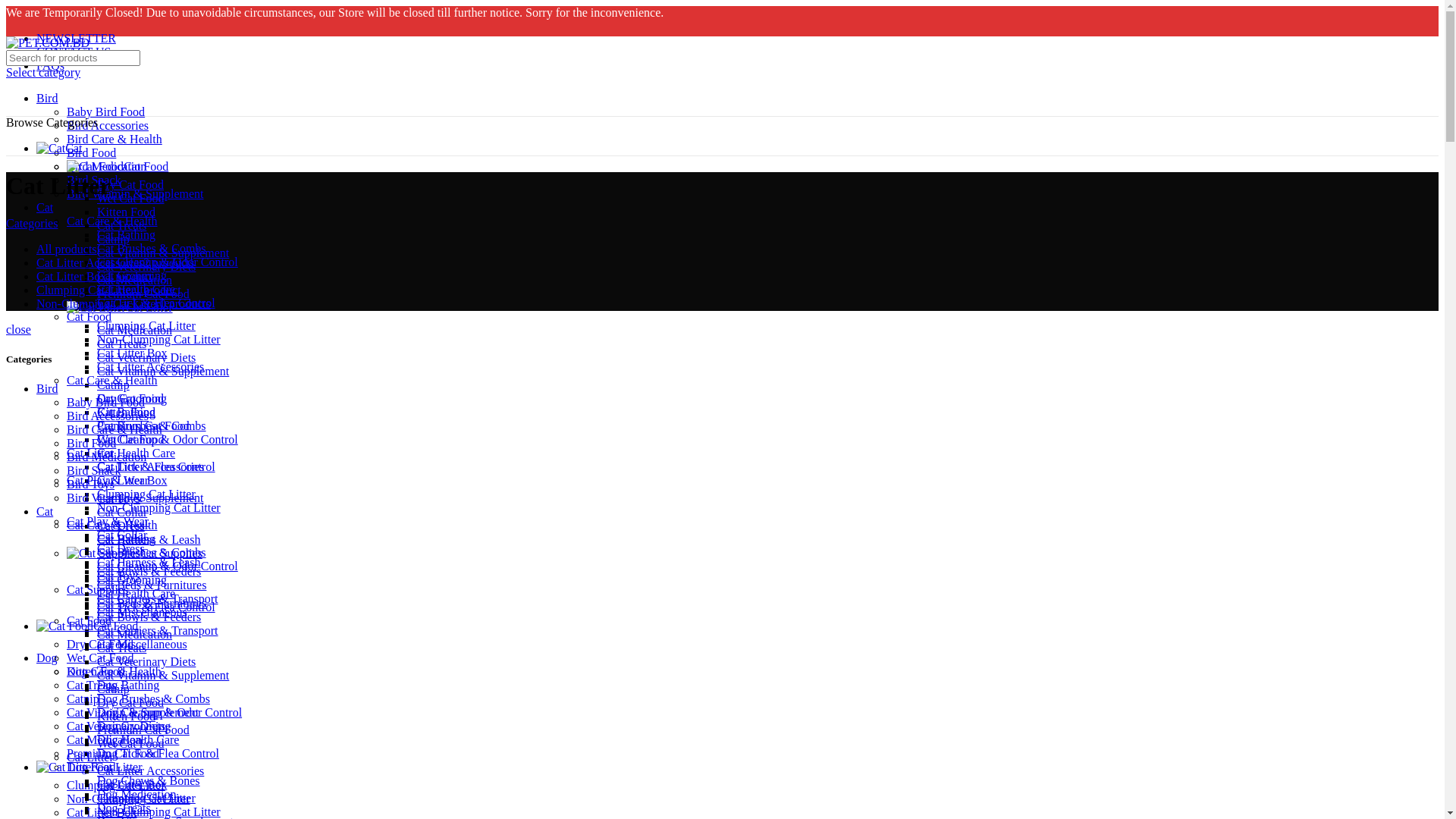 This screenshot has height=819, width=1456. Describe the element at coordinates (149, 571) in the screenshot. I see `'Cat Bowls & Feeders'` at that location.